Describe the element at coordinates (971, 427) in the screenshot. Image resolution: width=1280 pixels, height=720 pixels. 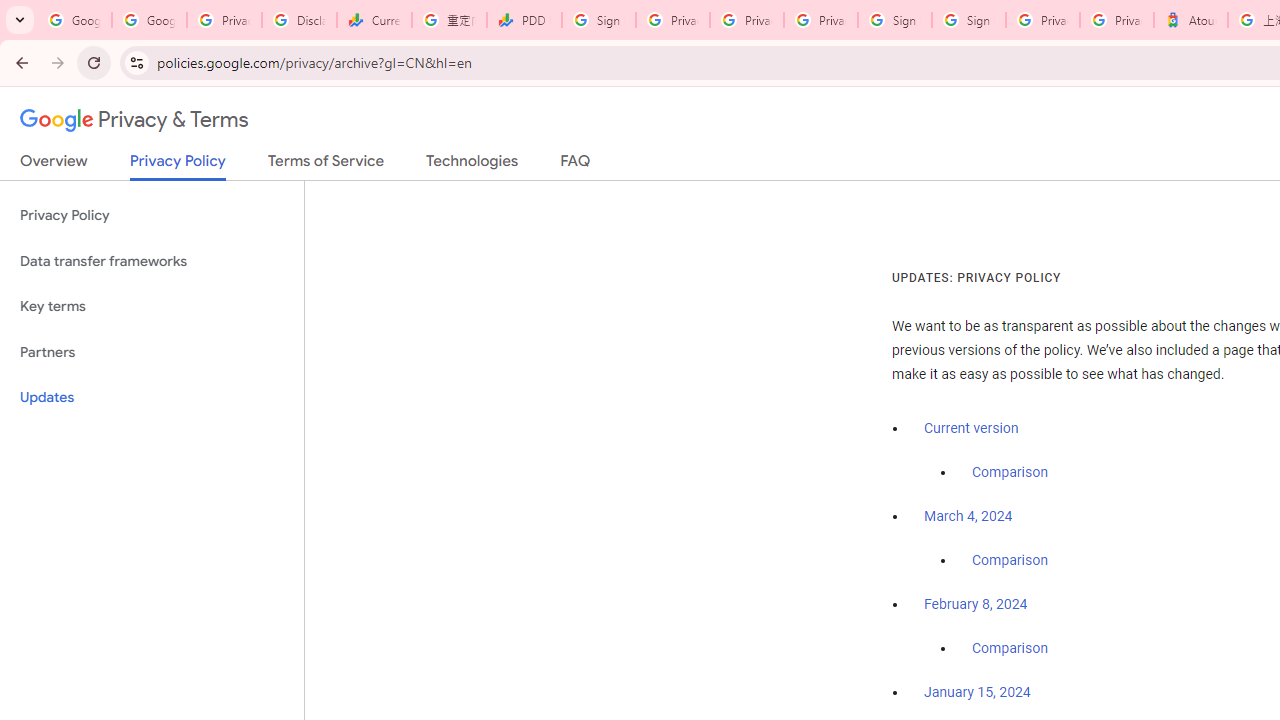
I see `'Current version'` at that location.